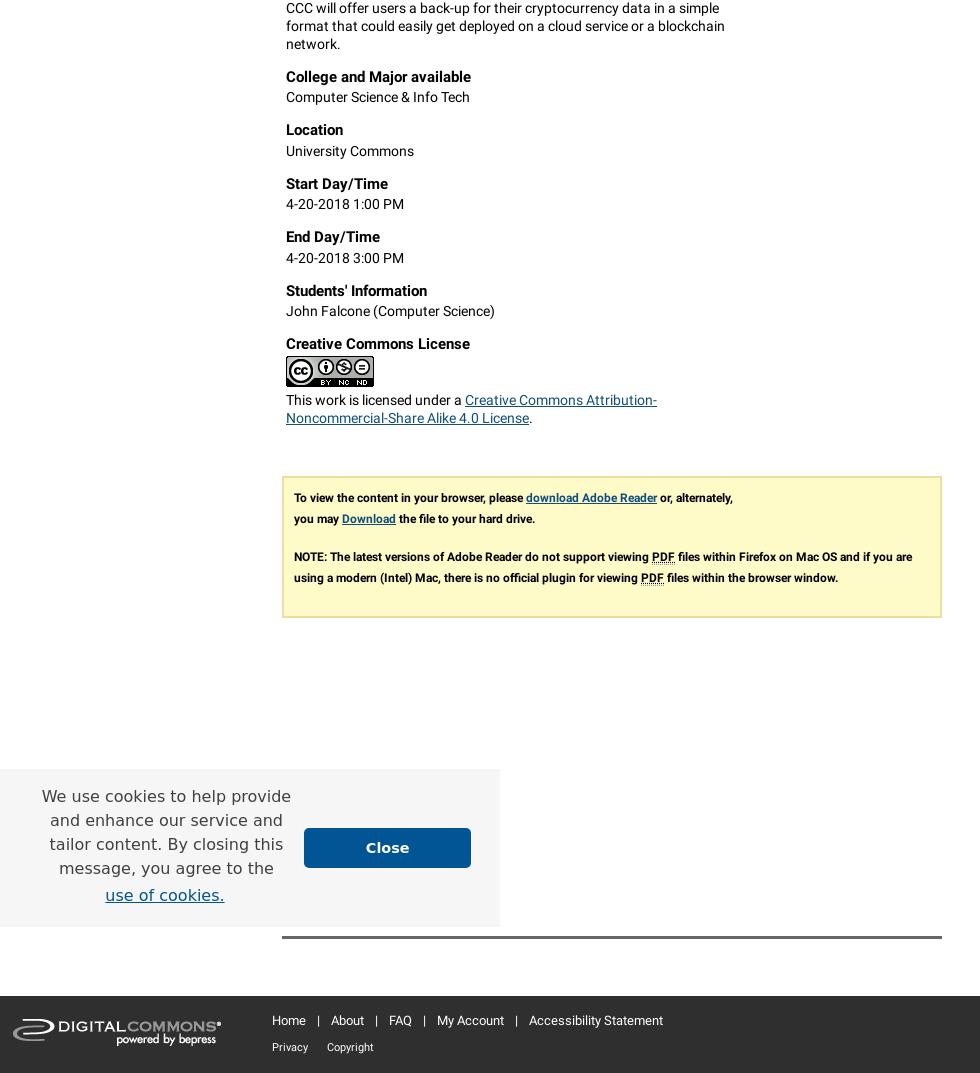 The width and height of the screenshot is (980, 1073). Describe the element at coordinates (327, 1046) in the screenshot. I see `'Copyright'` at that location.